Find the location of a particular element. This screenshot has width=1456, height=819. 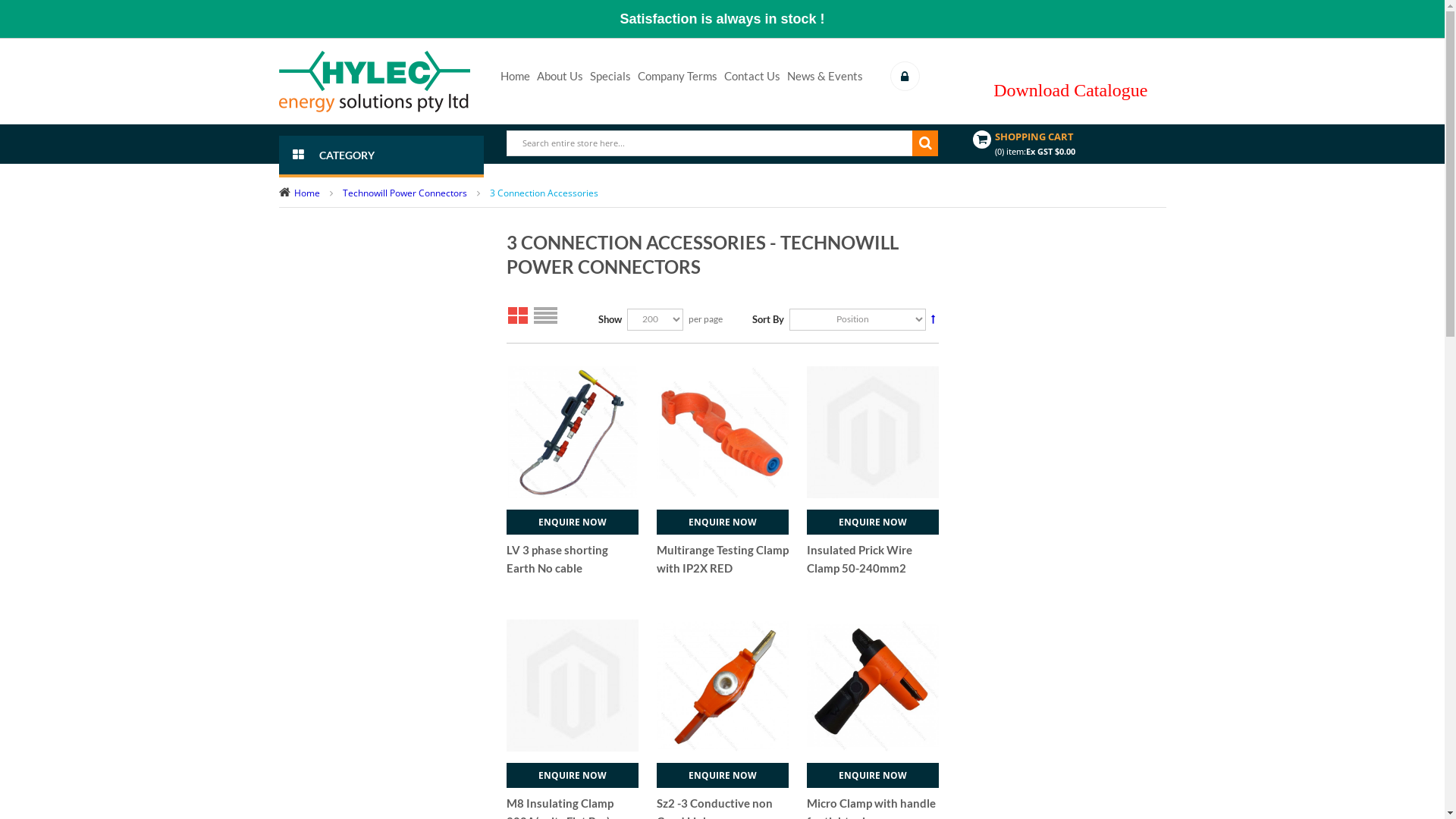

'News & Events' is located at coordinates (824, 76).